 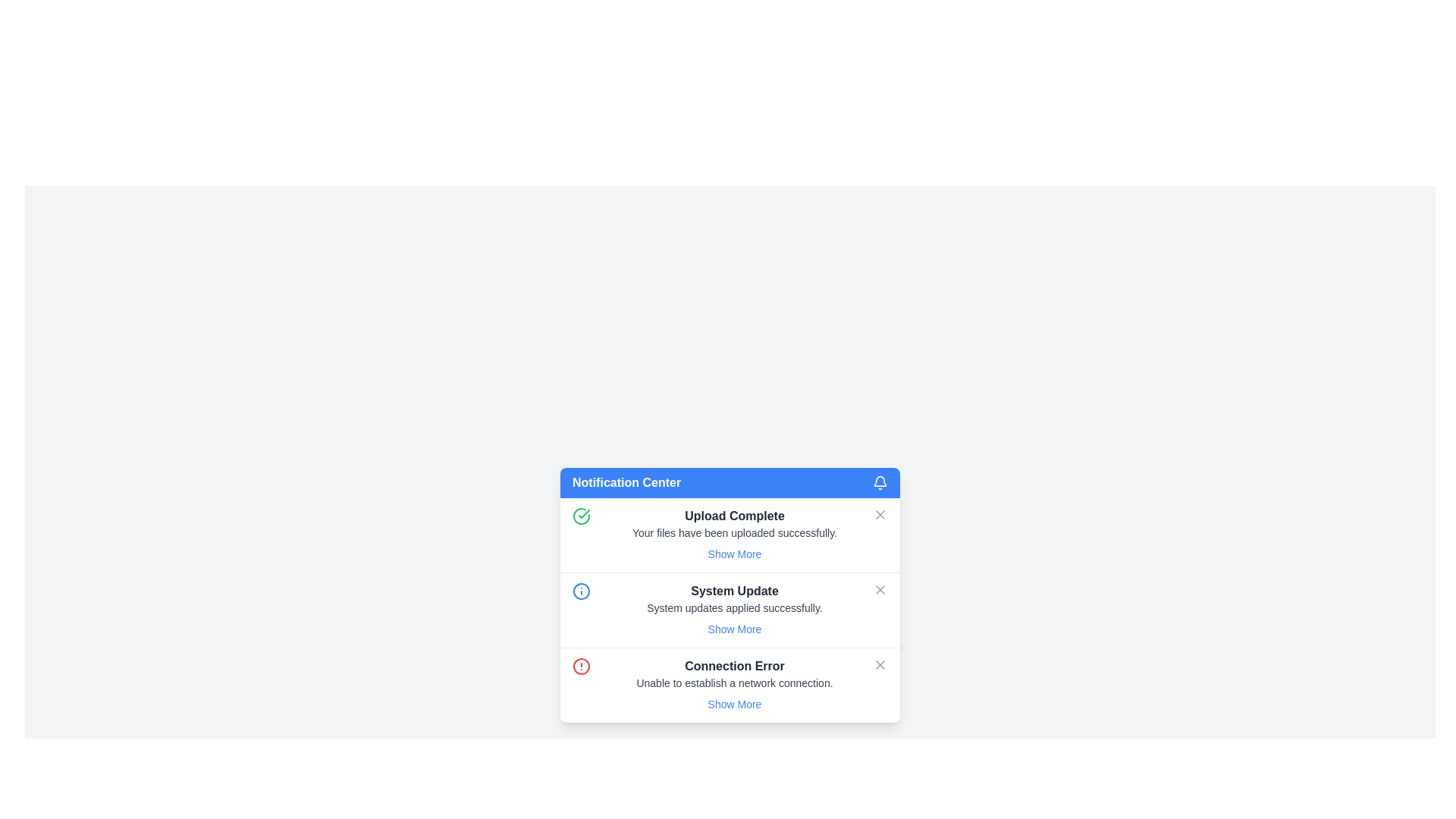 What do you see at coordinates (581, 666) in the screenshot?
I see `the error icon indicating 'Connection Error' located within the notification card, which is the third circle among similar icons` at bounding box center [581, 666].